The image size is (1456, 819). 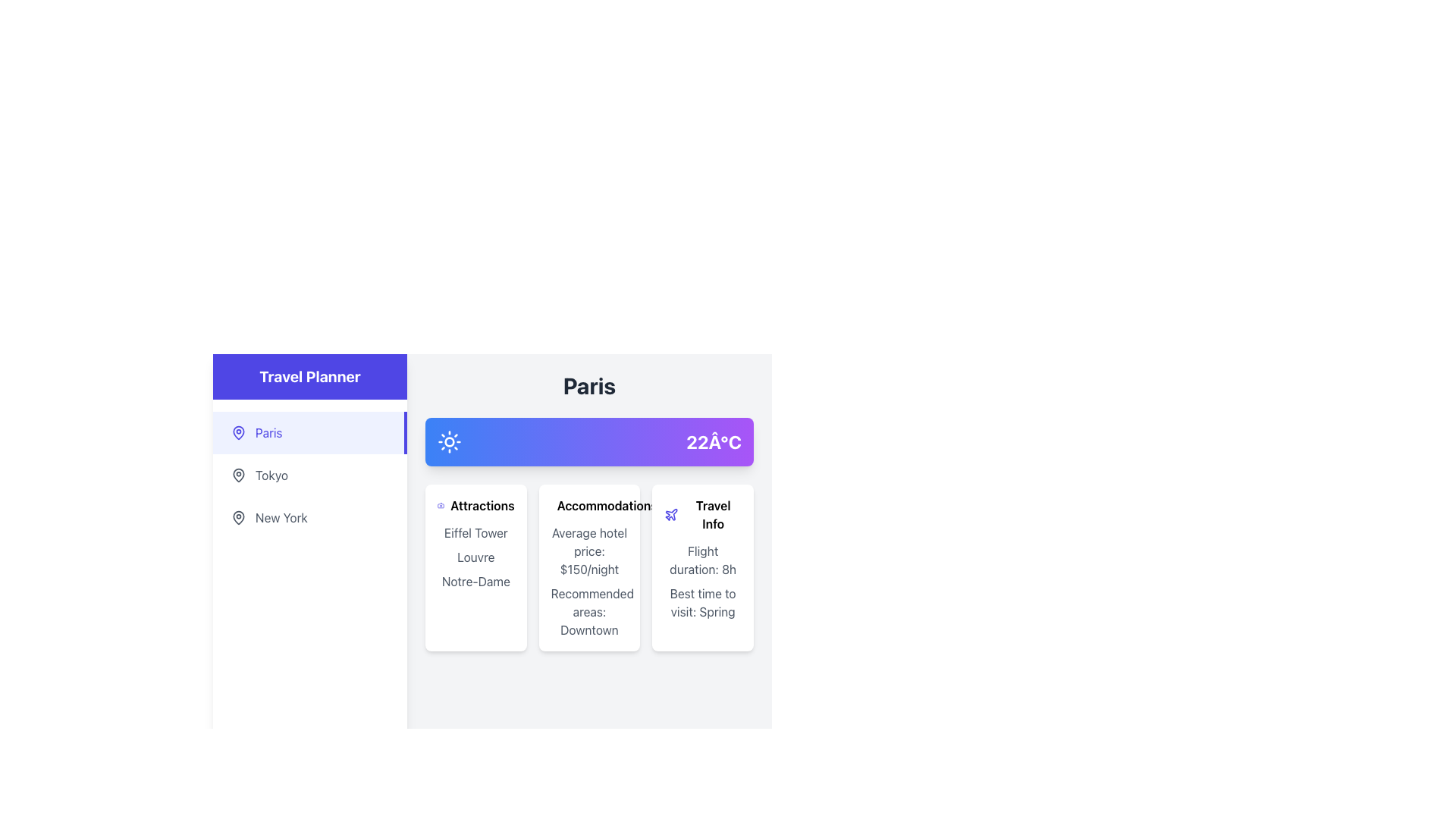 I want to click on the airplane icon located in the 'Travel Info' card, so click(x=670, y=513).